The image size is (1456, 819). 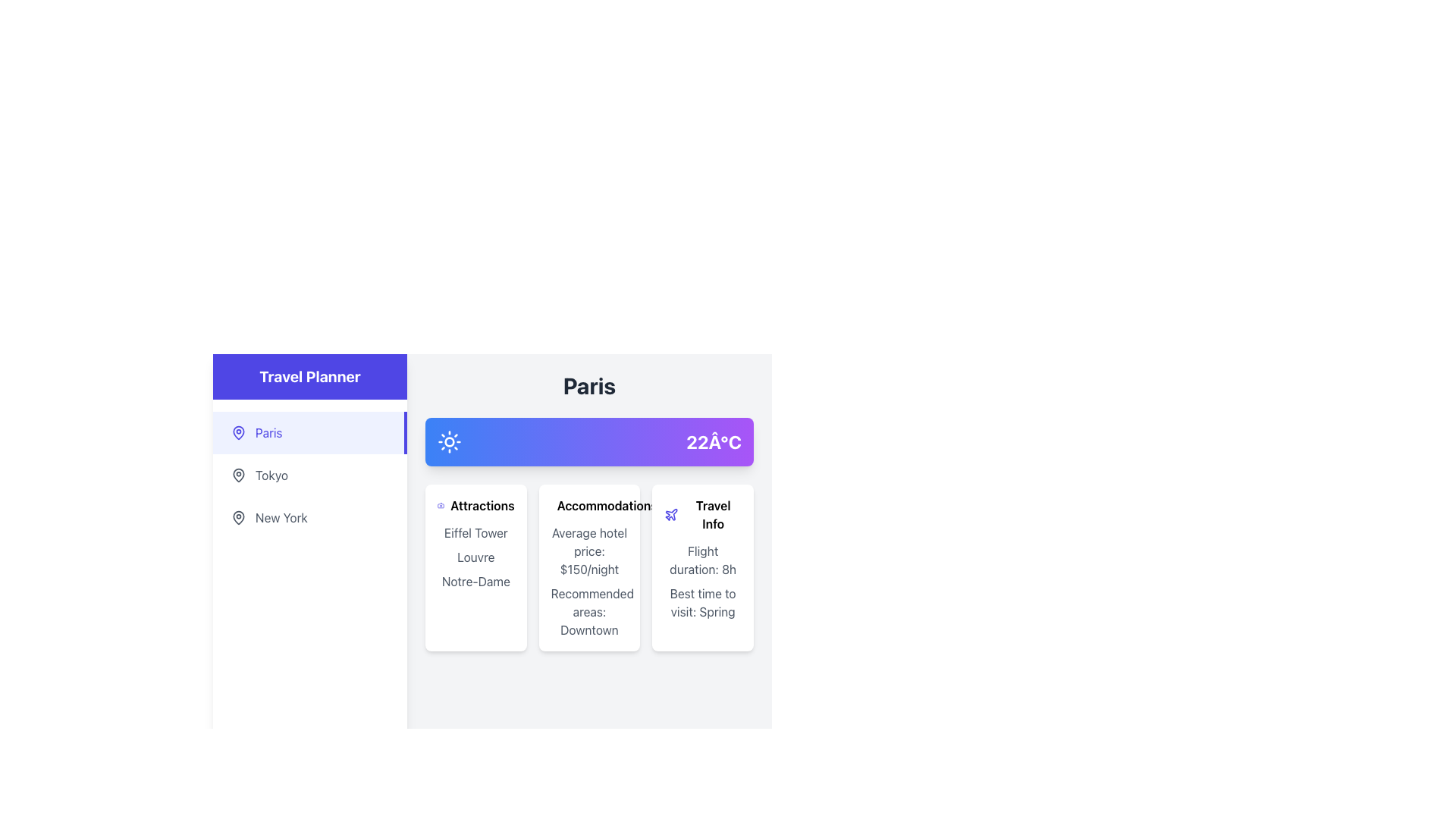 I want to click on the airplane icon located in the 'Travel Info' card, so click(x=670, y=513).